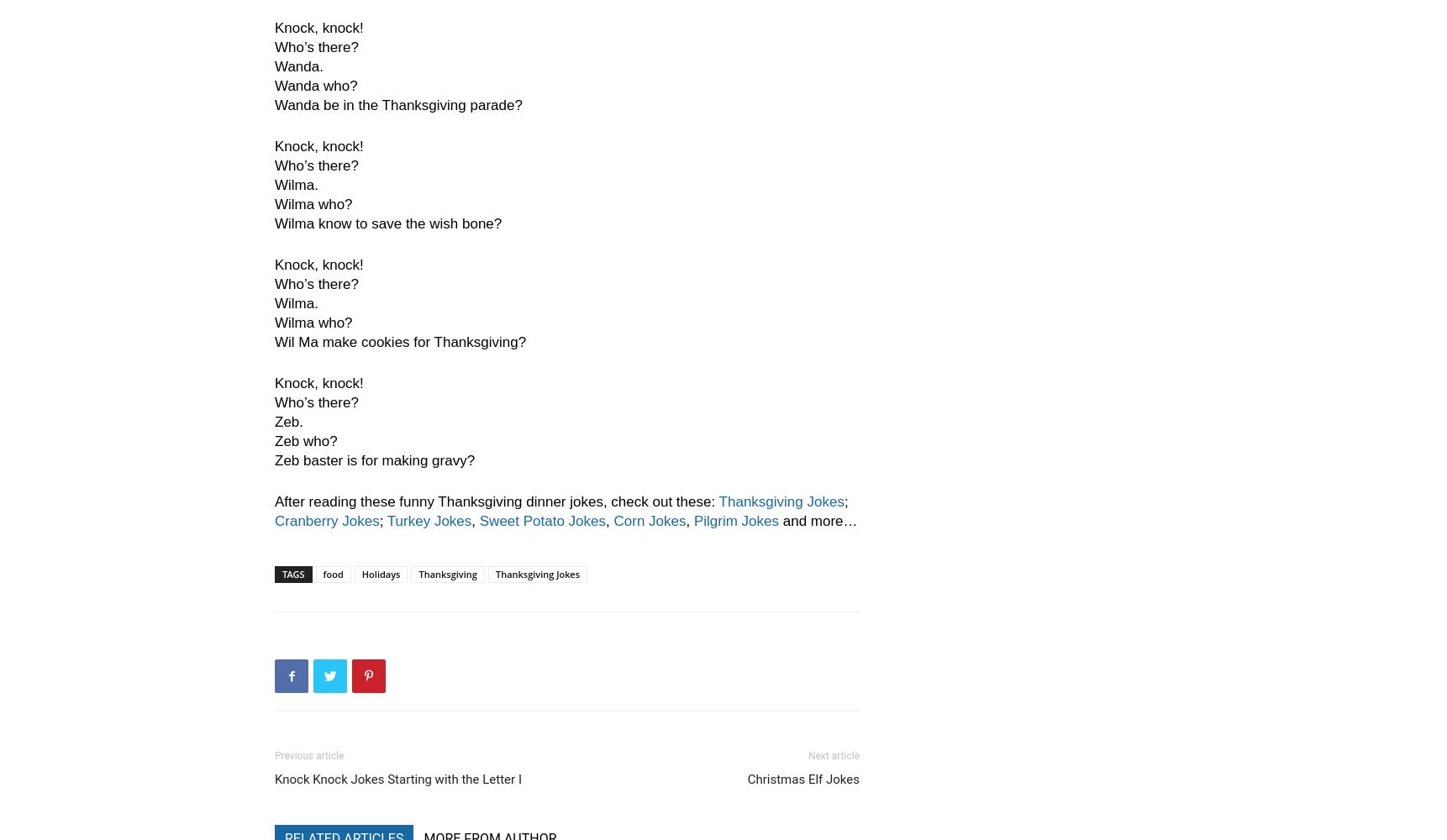  I want to click on 'Wanda who?', so click(316, 85).